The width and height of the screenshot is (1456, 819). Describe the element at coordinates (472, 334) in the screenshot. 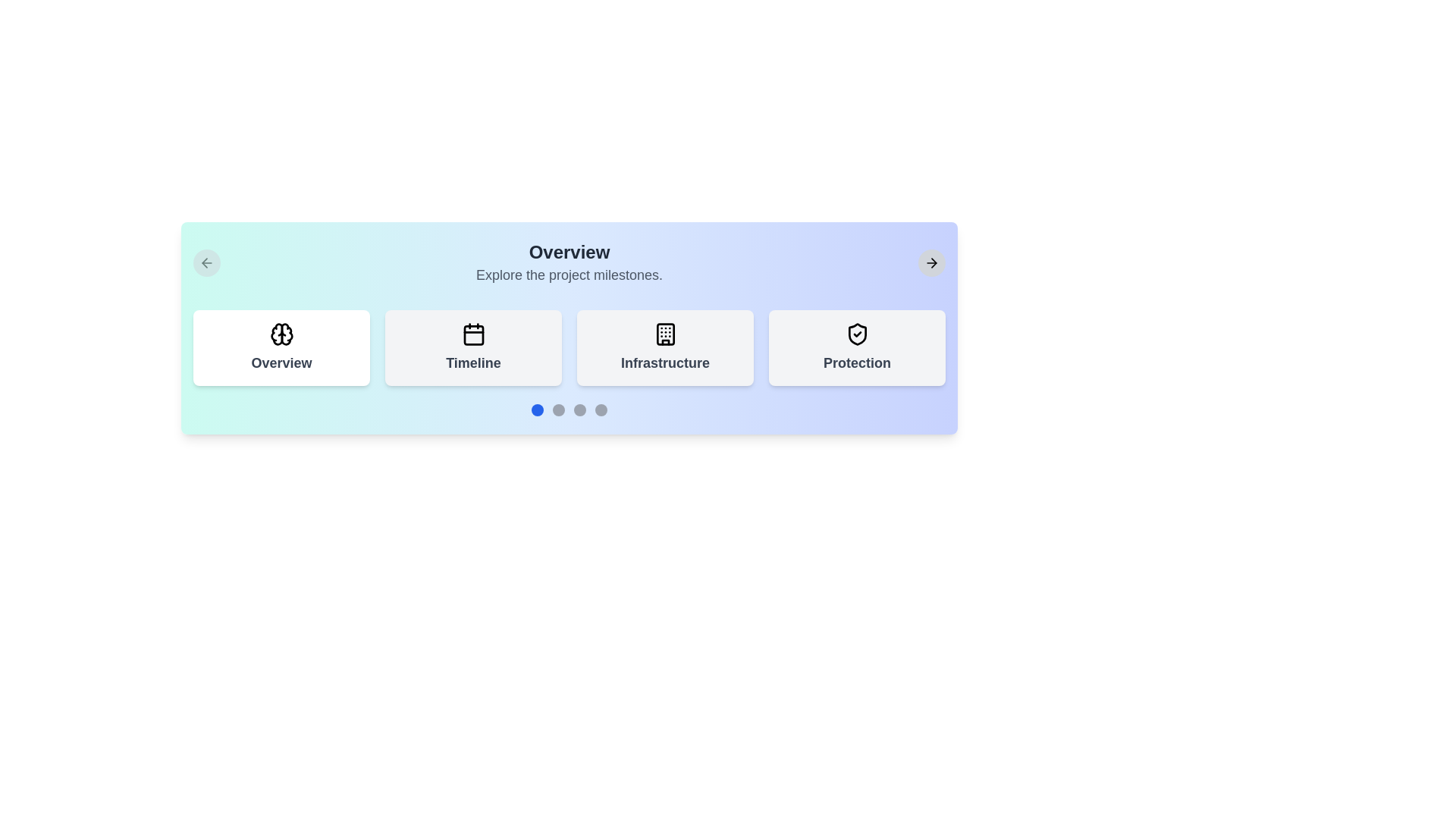

I see `the decorative graphical rectangle located in the center of the calendar-like icon within the 'Timeline' option in the navigation panel under the 'Overview' section` at that location.